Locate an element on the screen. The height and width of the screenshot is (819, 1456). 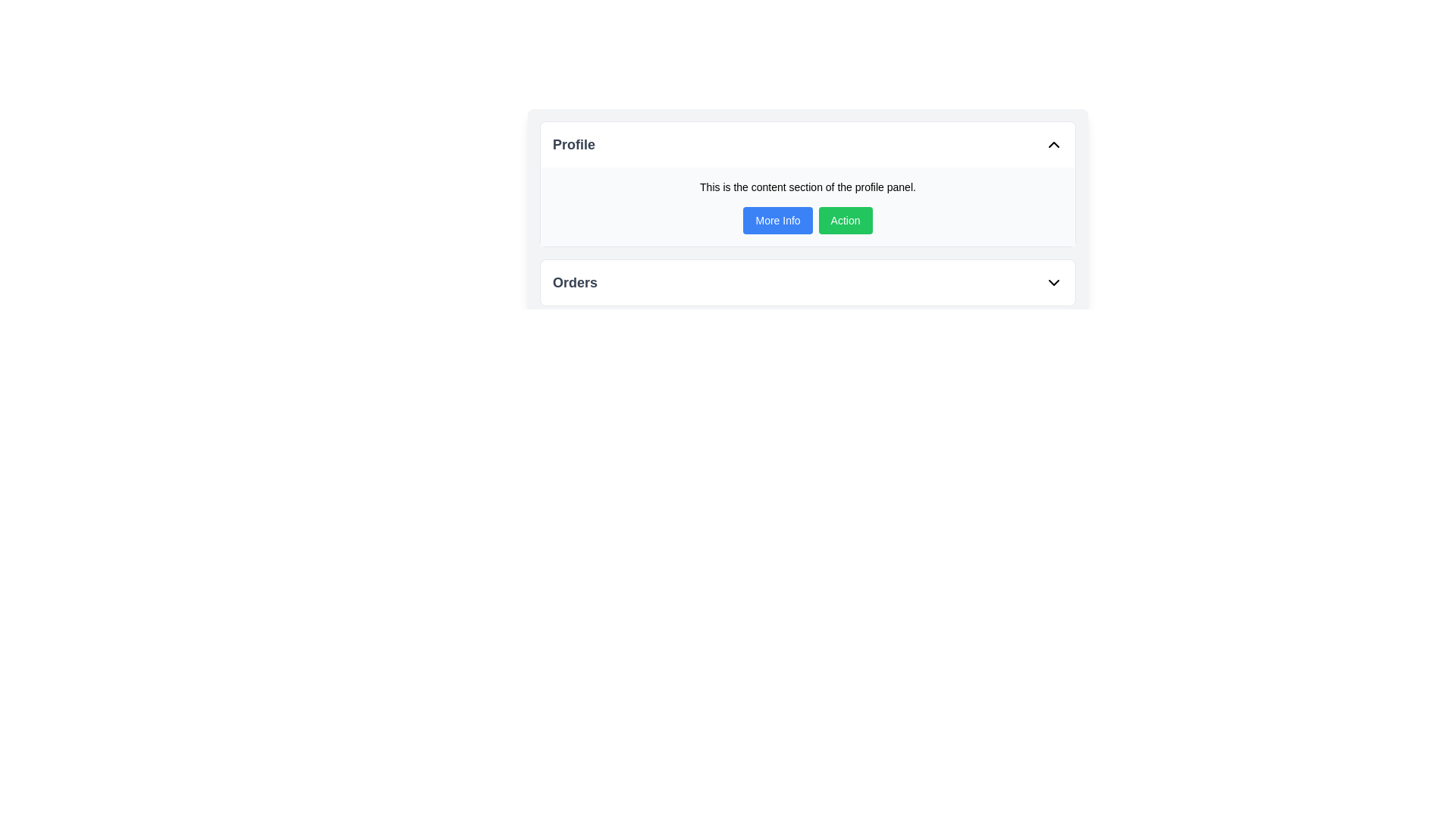
the chevron icon on the rightmost side of the 'Profile' section header is located at coordinates (1053, 145).